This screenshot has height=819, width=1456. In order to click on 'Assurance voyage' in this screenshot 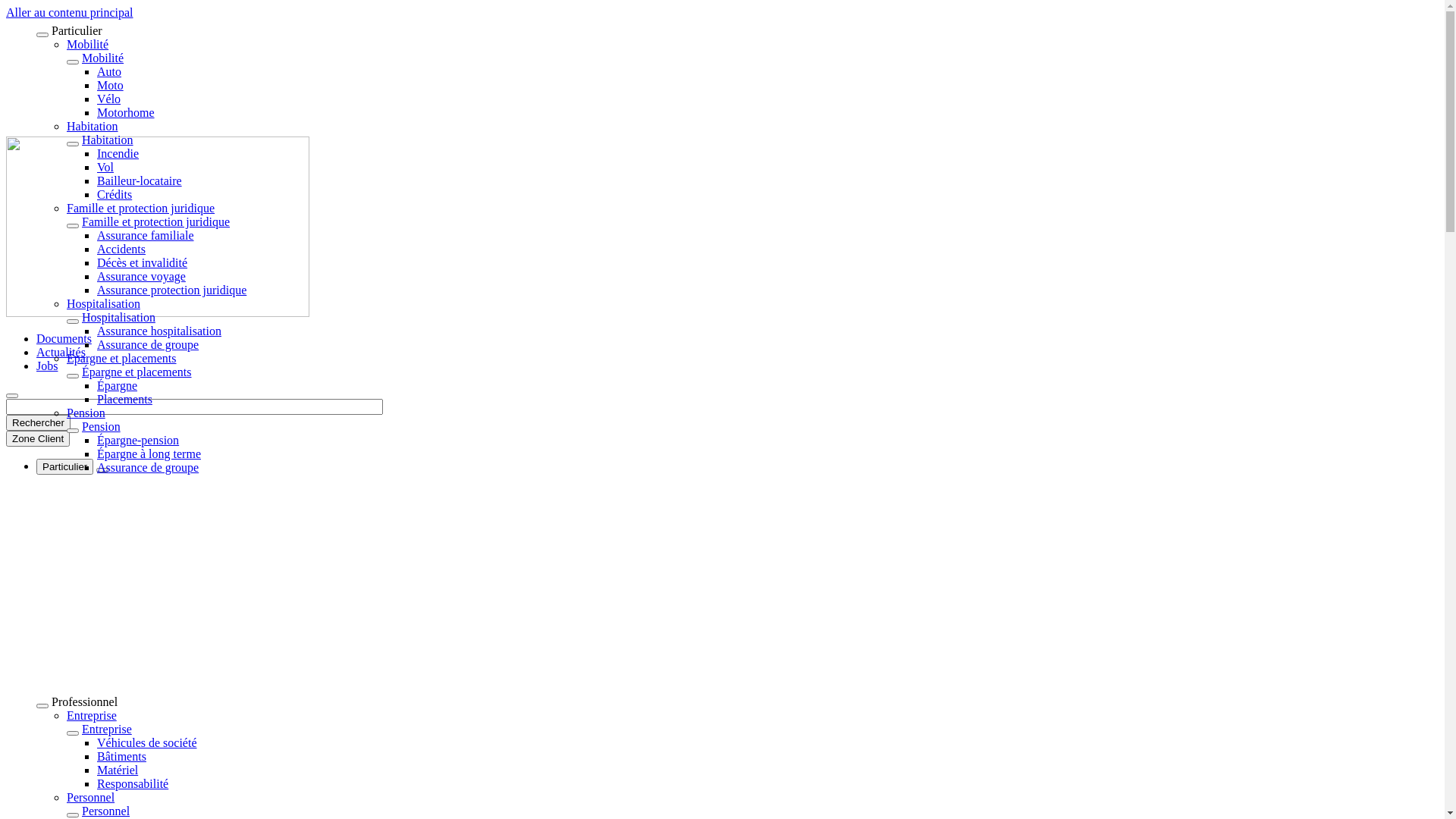, I will do `click(141, 276)`.